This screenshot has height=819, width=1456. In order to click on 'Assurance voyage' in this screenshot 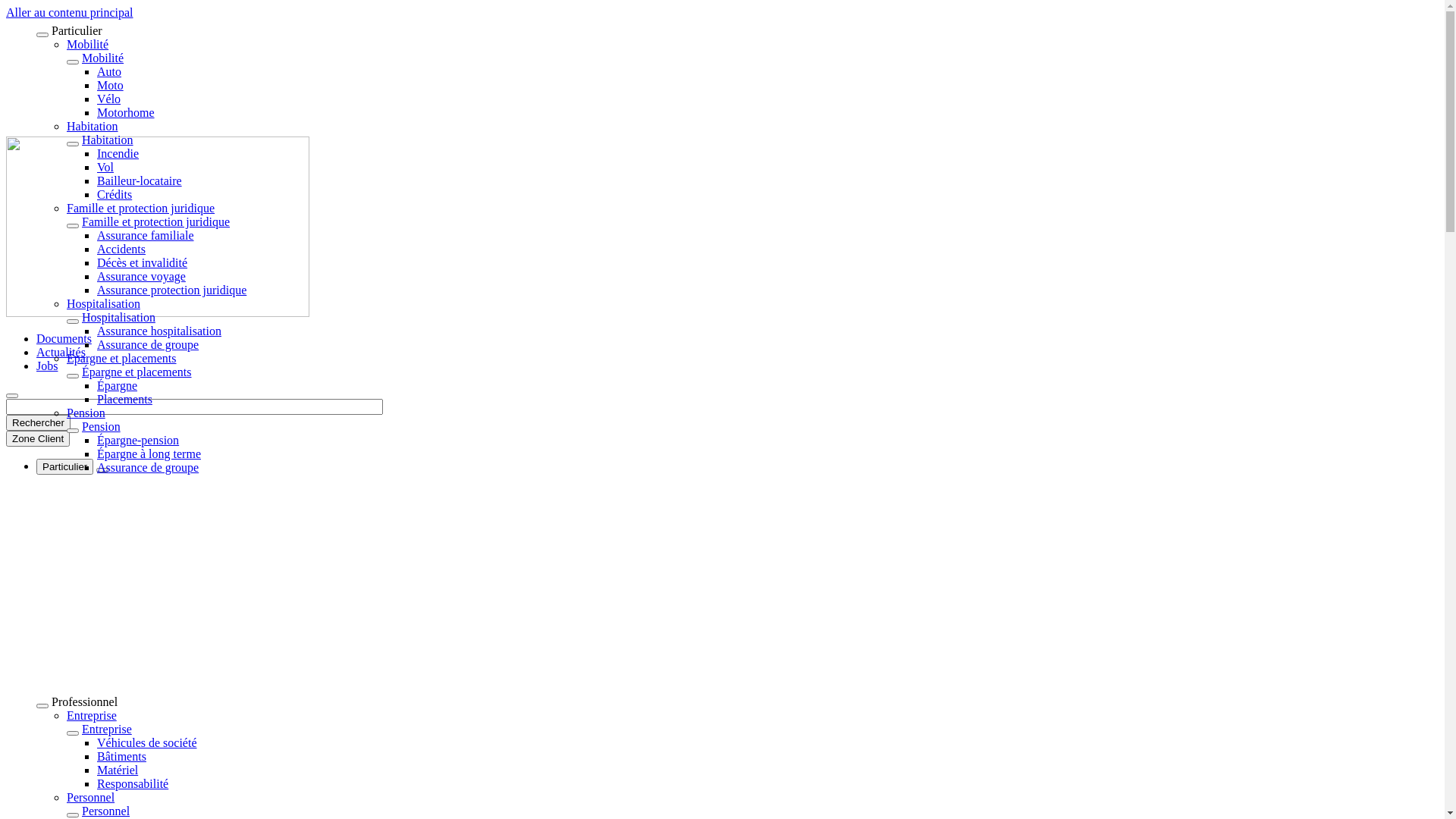, I will do `click(141, 276)`.